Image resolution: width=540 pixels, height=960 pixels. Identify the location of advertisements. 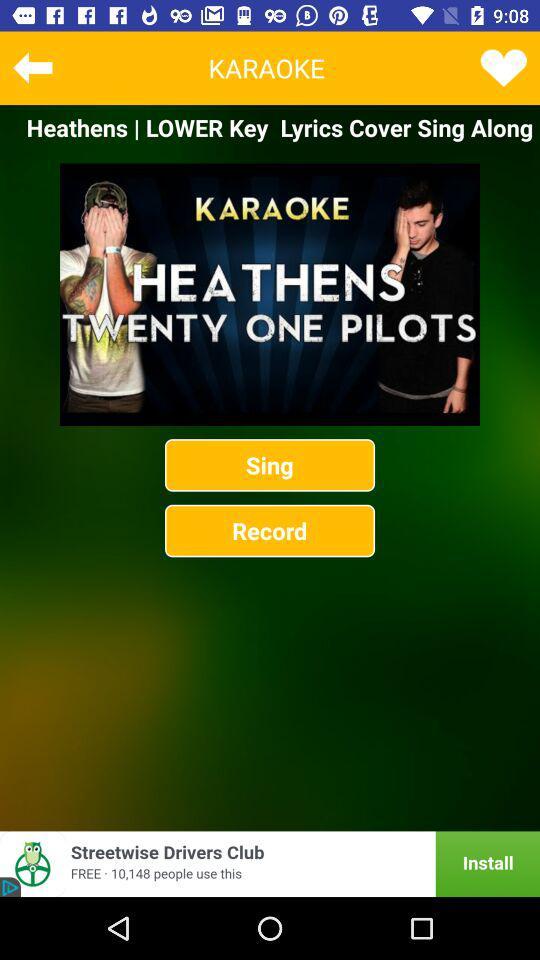
(270, 863).